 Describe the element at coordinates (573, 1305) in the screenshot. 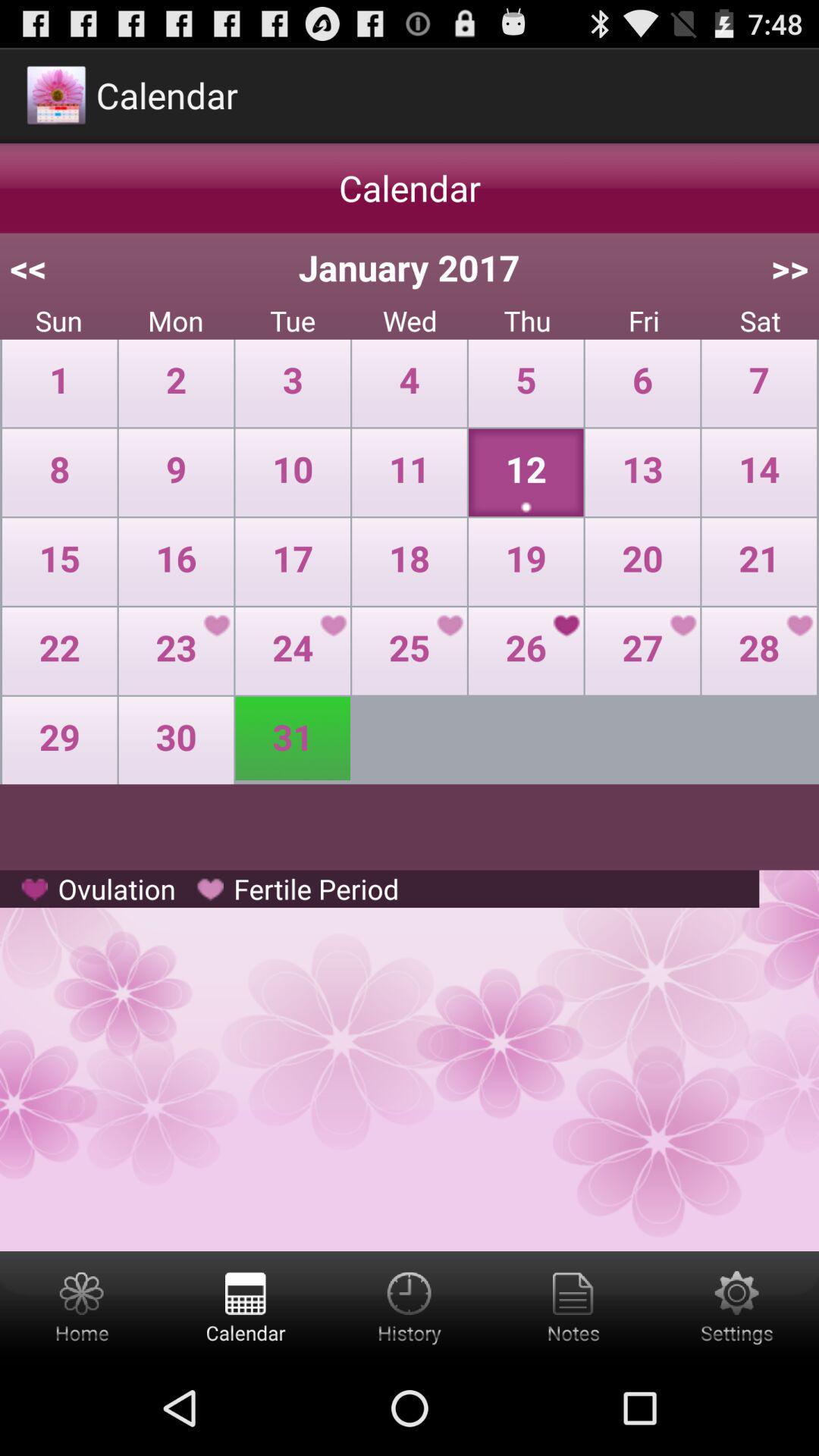

I see `the notes symbols` at that location.